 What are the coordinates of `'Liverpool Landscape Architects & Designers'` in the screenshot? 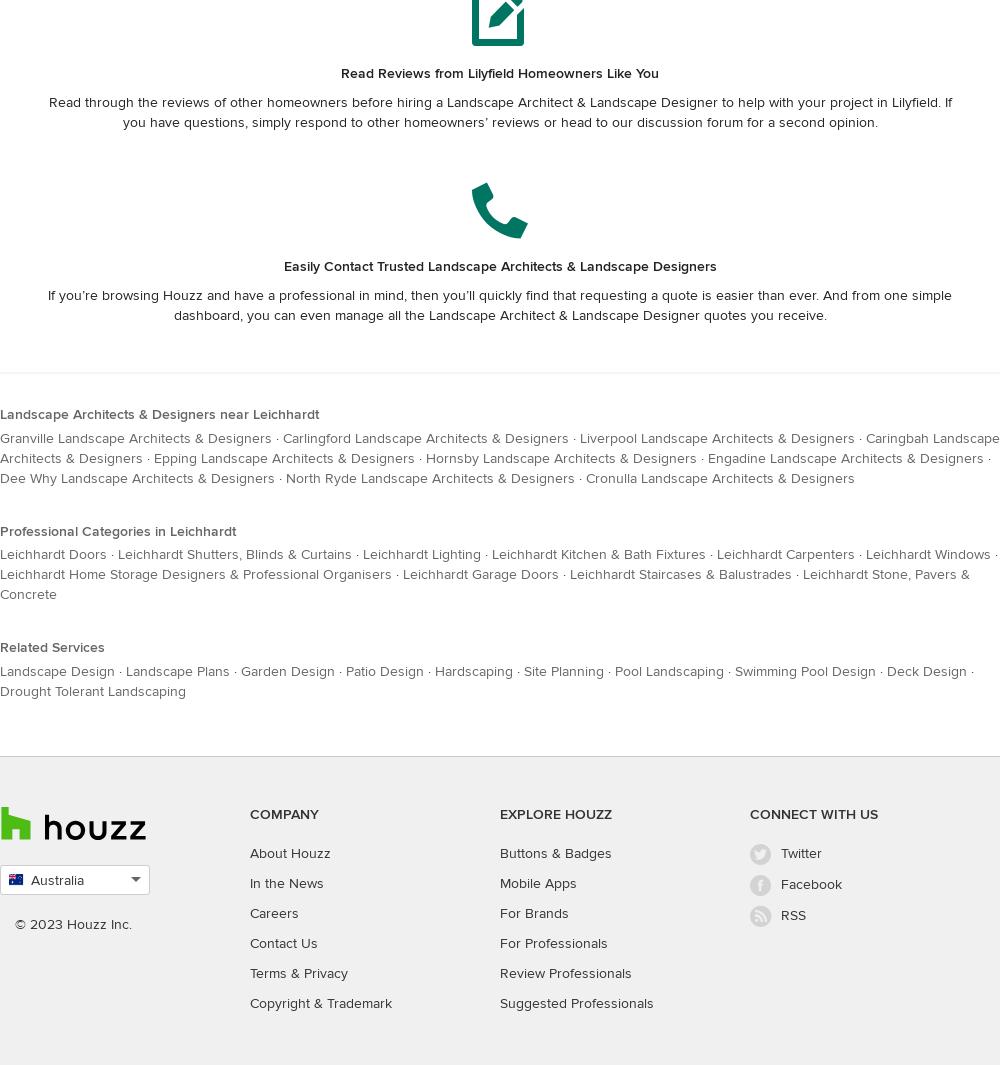 It's located at (716, 436).